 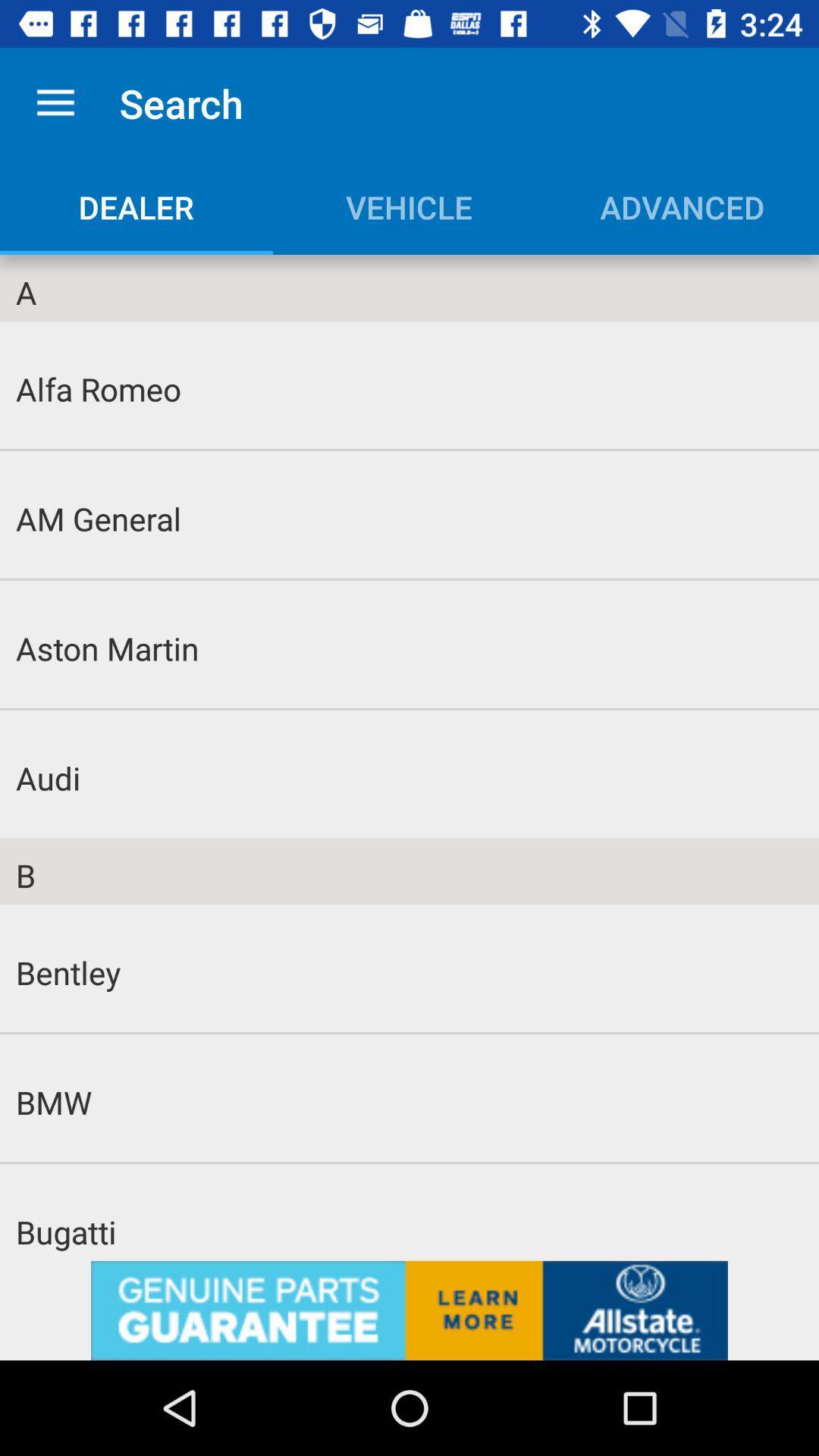 I want to click on open advertisement, so click(x=409, y=1310).